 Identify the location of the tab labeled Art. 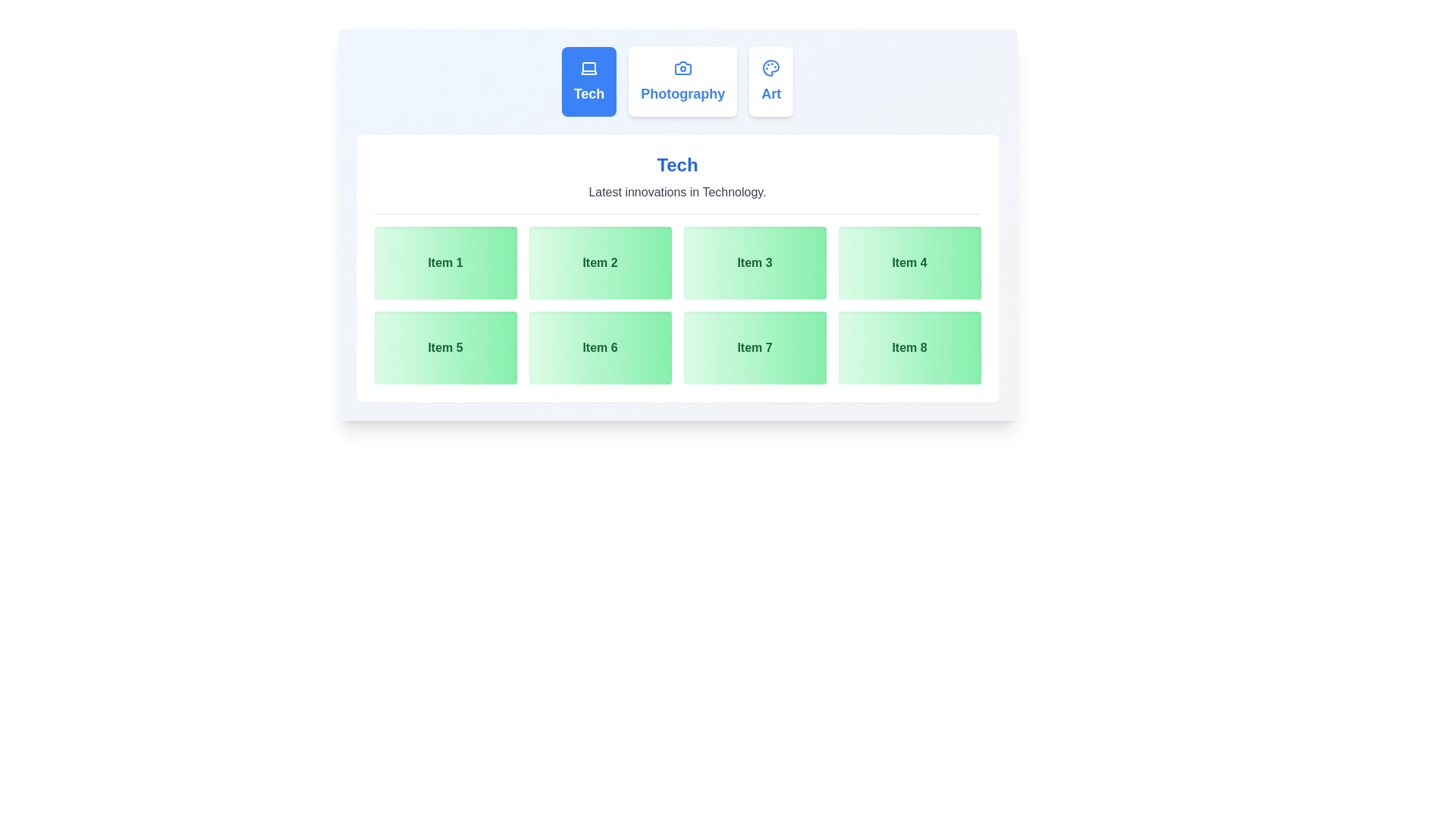
(771, 82).